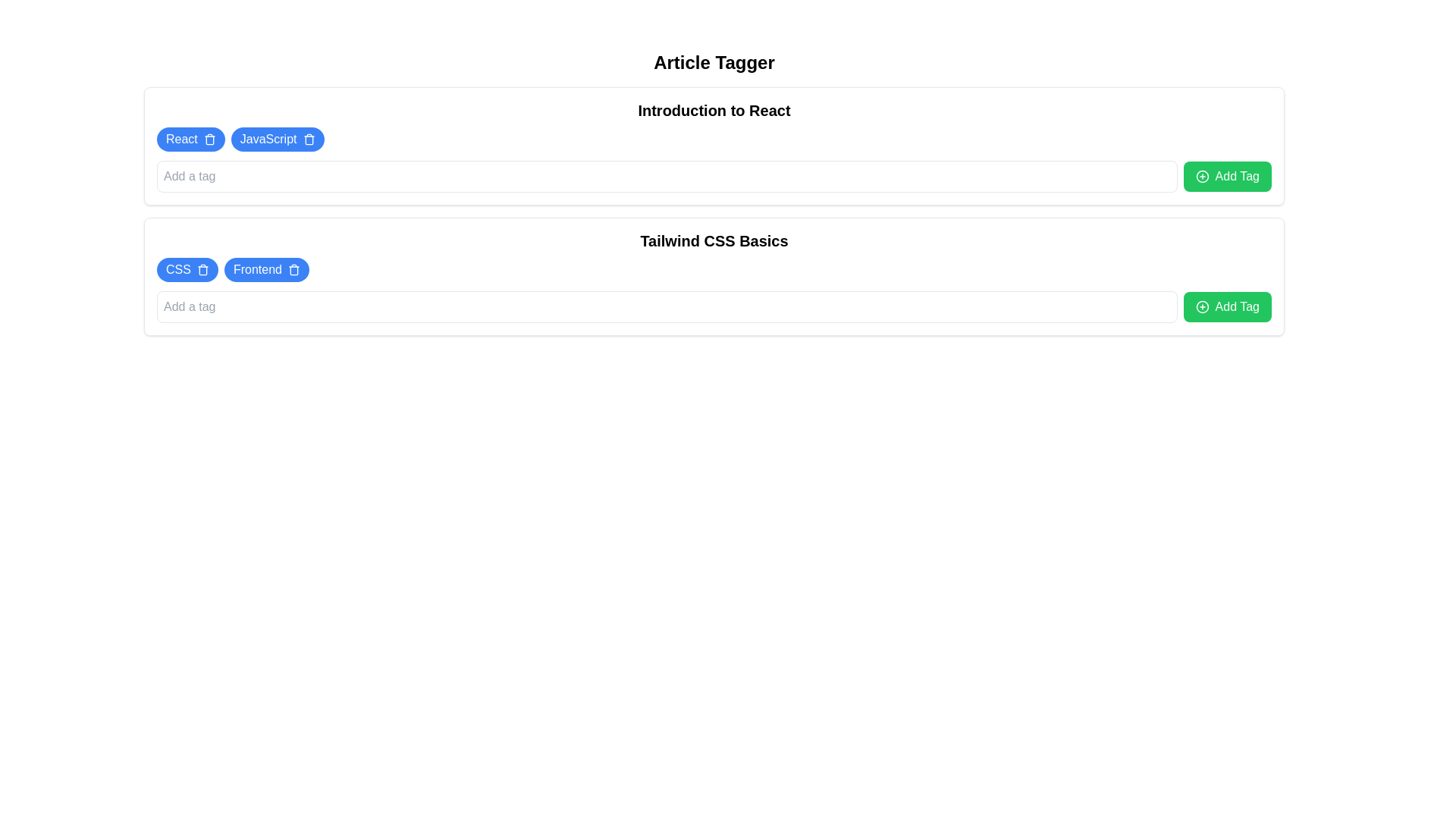 This screenshot has height=819, width=1456. Describe the element at coordinates (1201, 307) in the screenshot. I see `the circular outline icon associated with adding tags next to the 'Add Tag' button for the 'Tailwind CSS Basics' entry` at that location.